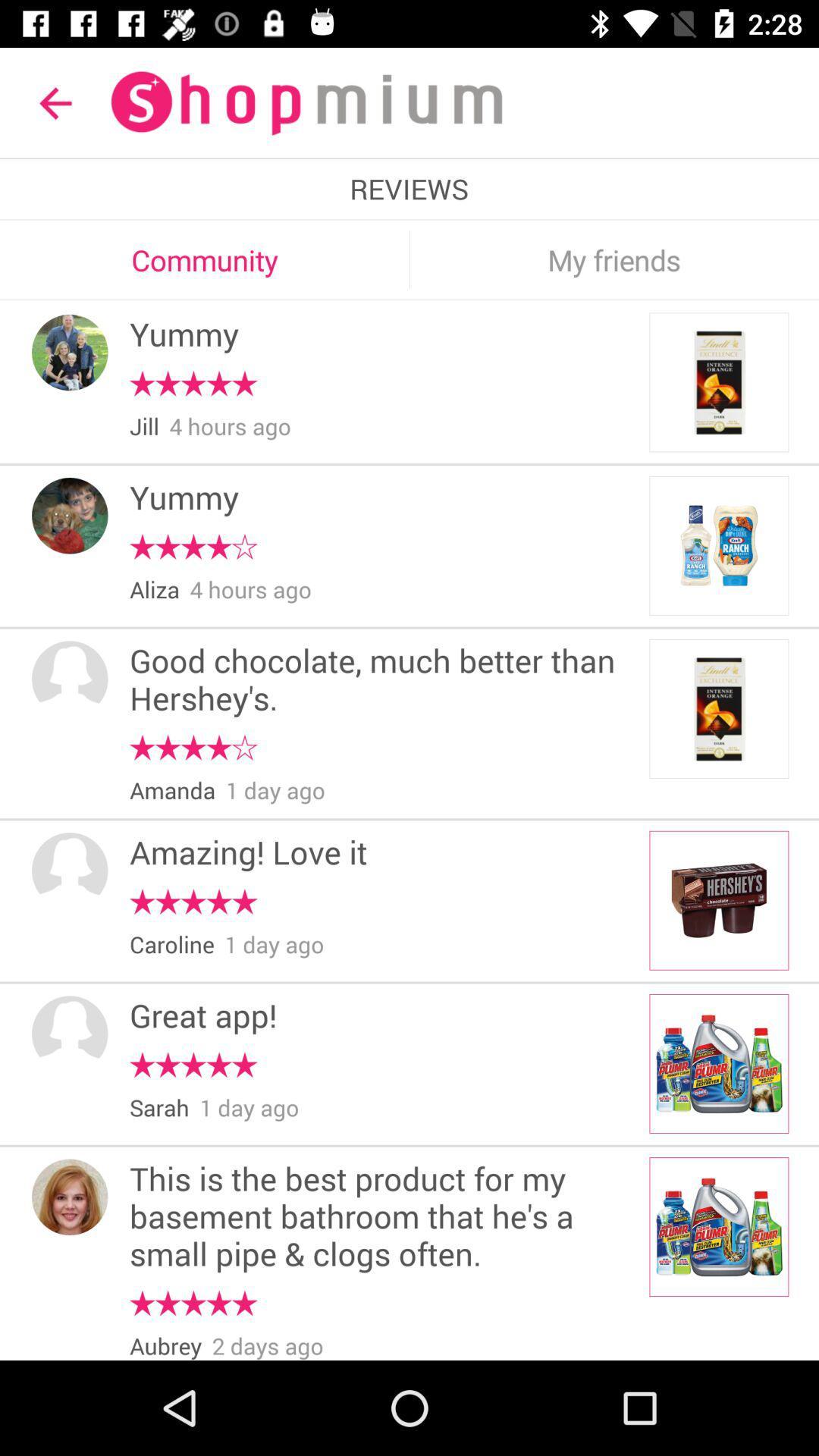 The height and width of the screenshot is (1456, 819). What do you see at coordinates (193, 1064) in the screenshot?
I see `item below the great app! item` at bounding box center [193, 1064].